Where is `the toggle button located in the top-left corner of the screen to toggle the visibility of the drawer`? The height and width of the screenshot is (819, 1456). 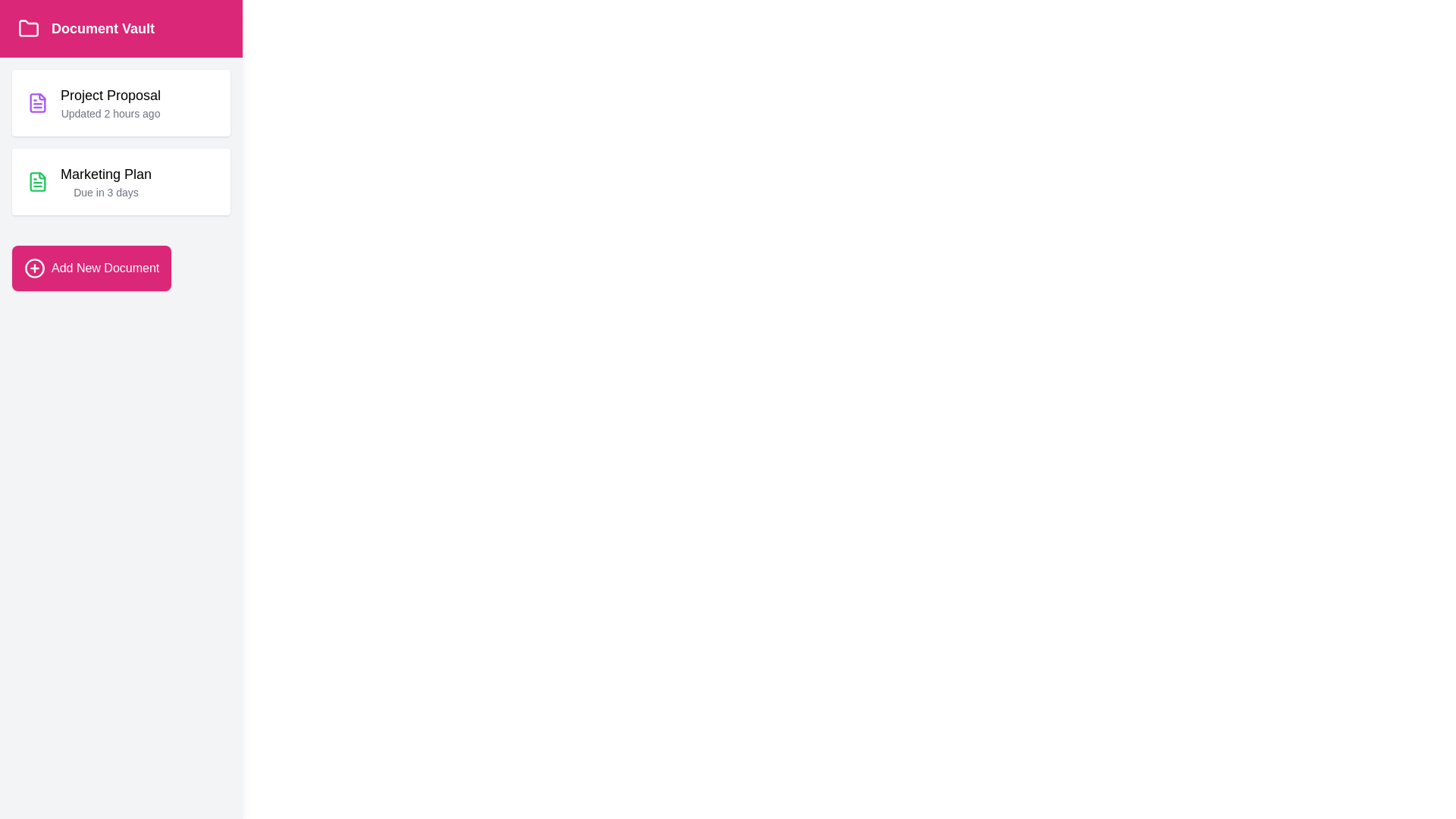 the toggle button located in the top-left corner of the screen to toggle the visibility of the drawer is located at coordinates (42, 48).